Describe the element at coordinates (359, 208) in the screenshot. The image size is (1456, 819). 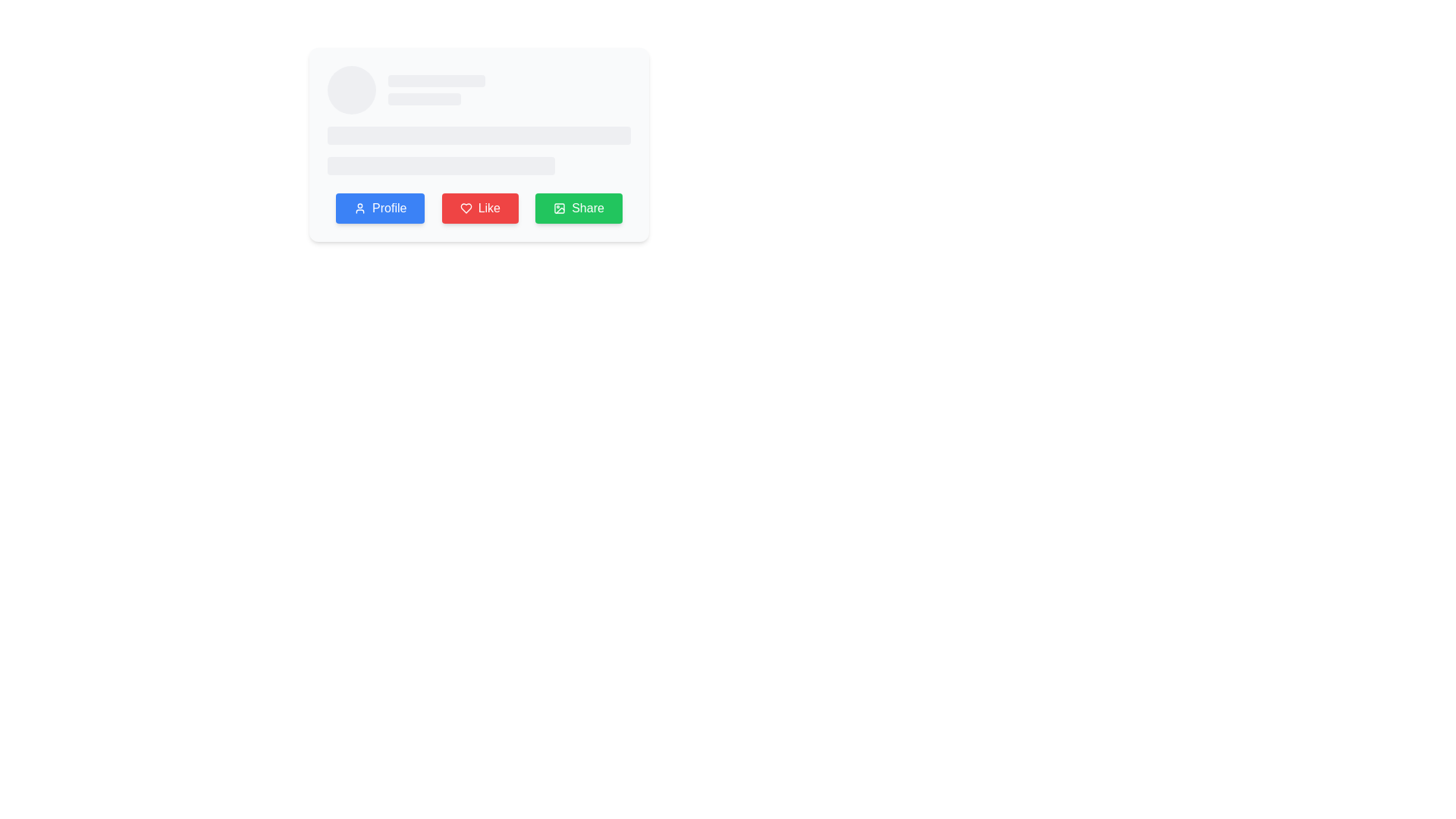
I see `the user profile icon within the blue 'Profile' button` at that location.